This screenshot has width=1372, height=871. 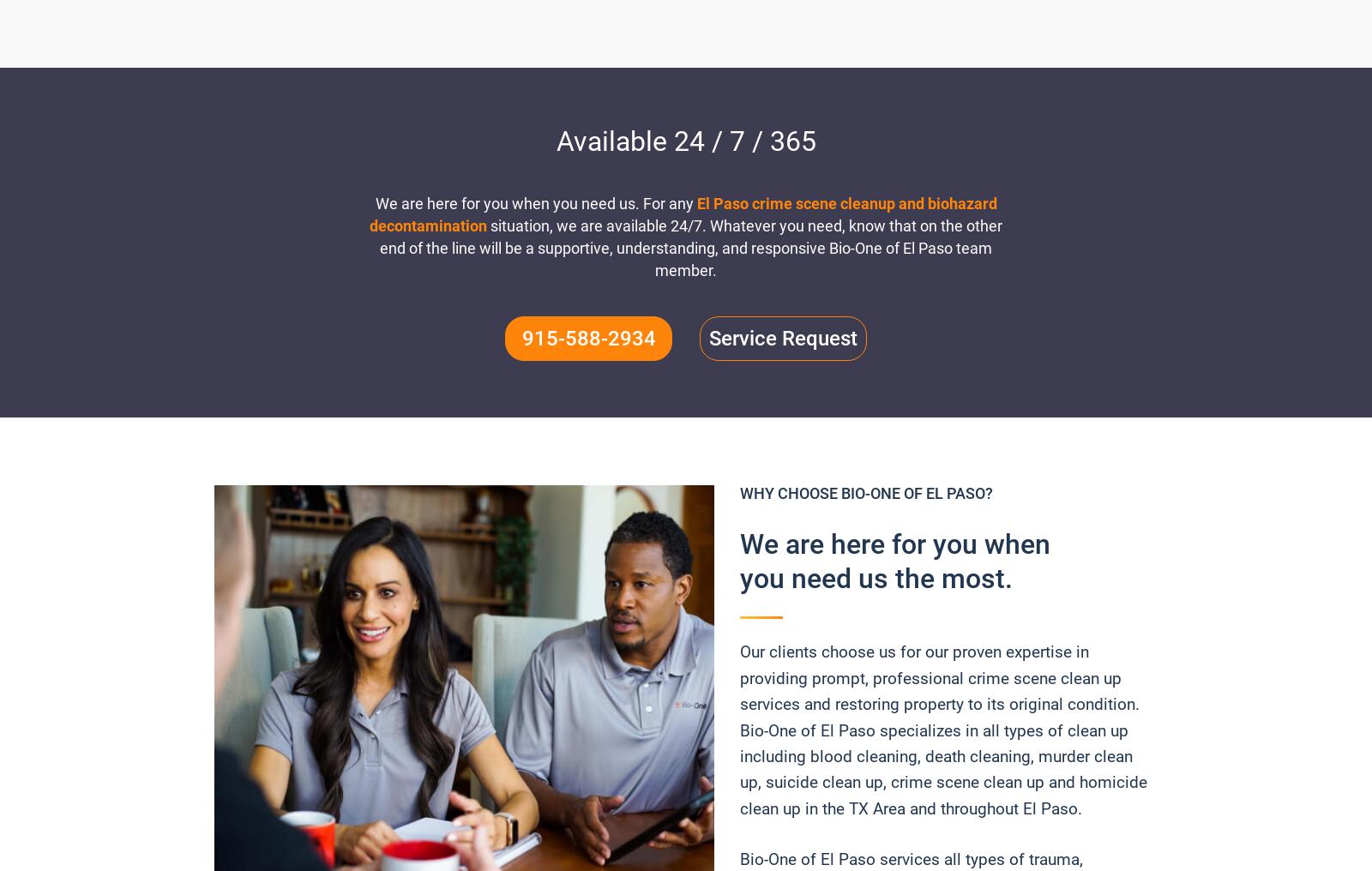 I want to click on 'We are here for you when', so click(x=895, y=544).